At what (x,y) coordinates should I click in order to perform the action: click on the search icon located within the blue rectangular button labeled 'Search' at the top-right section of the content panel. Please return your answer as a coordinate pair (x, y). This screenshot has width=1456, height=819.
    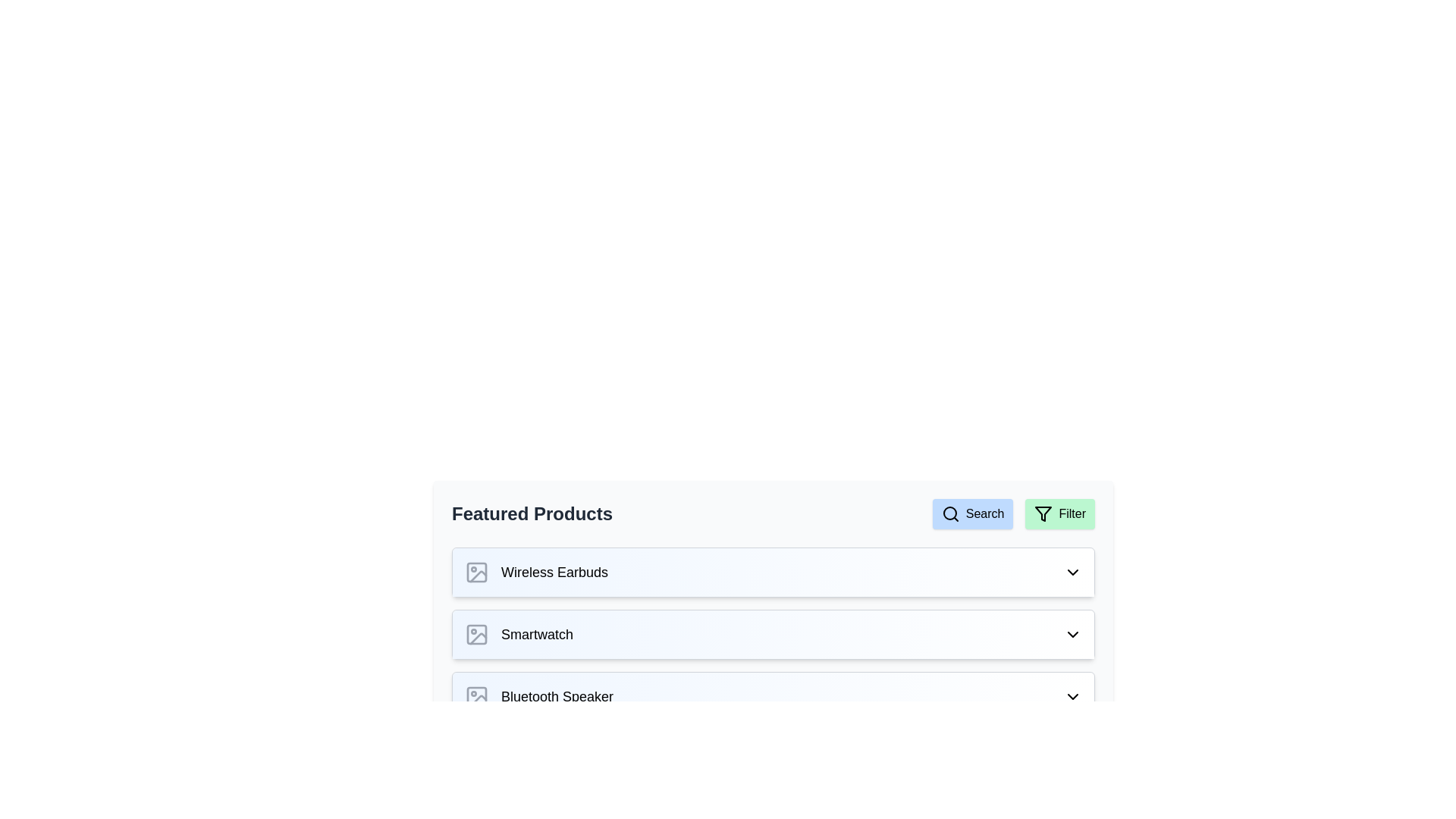
    Looking at the image, I should click on (949, 513).